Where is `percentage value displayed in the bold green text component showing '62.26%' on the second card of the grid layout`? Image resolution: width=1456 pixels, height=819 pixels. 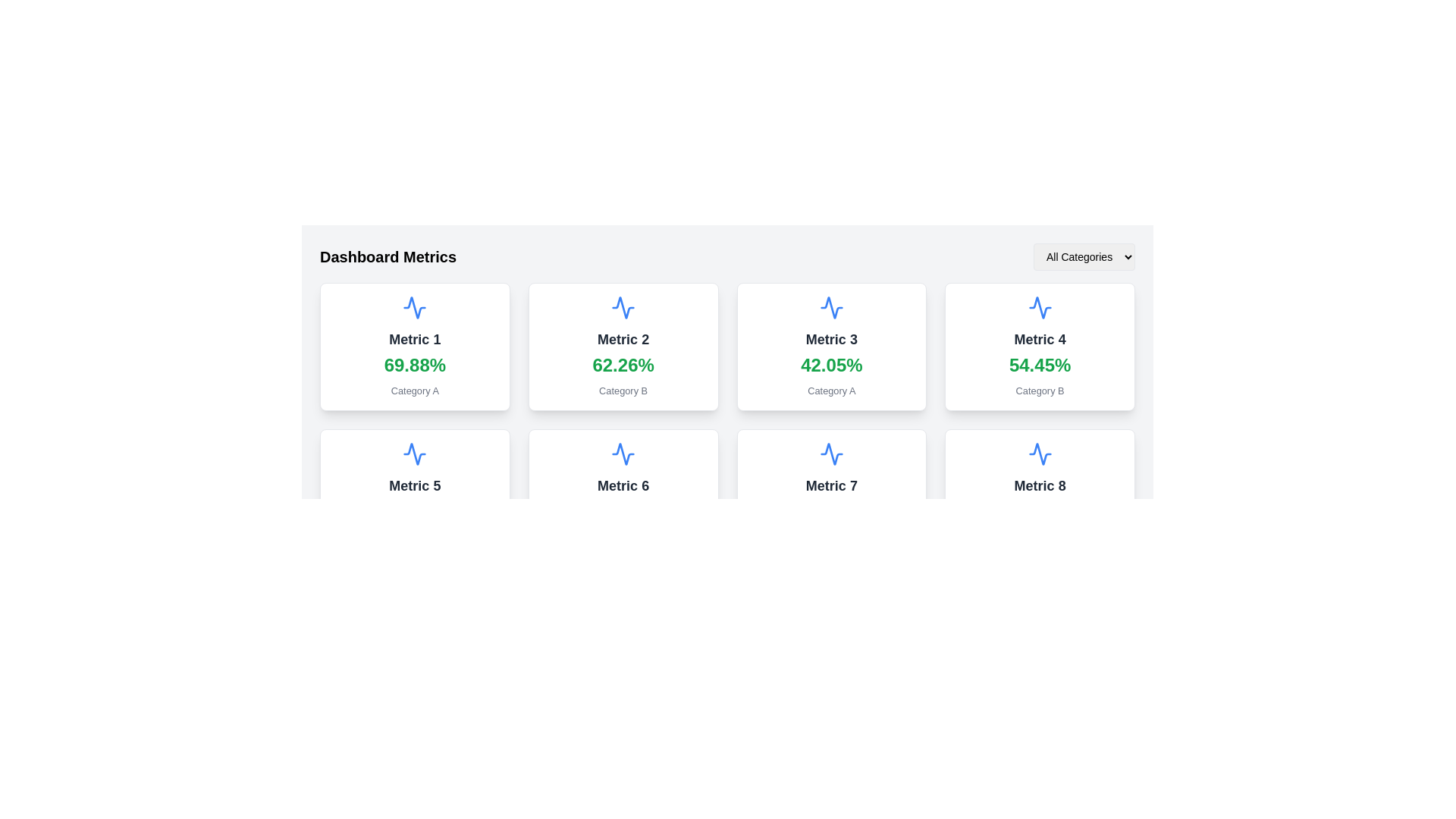 percentage value displayed in the bold green text component showing '62.26%' on the second card of the grid layout is located at coordinates (623, 366).